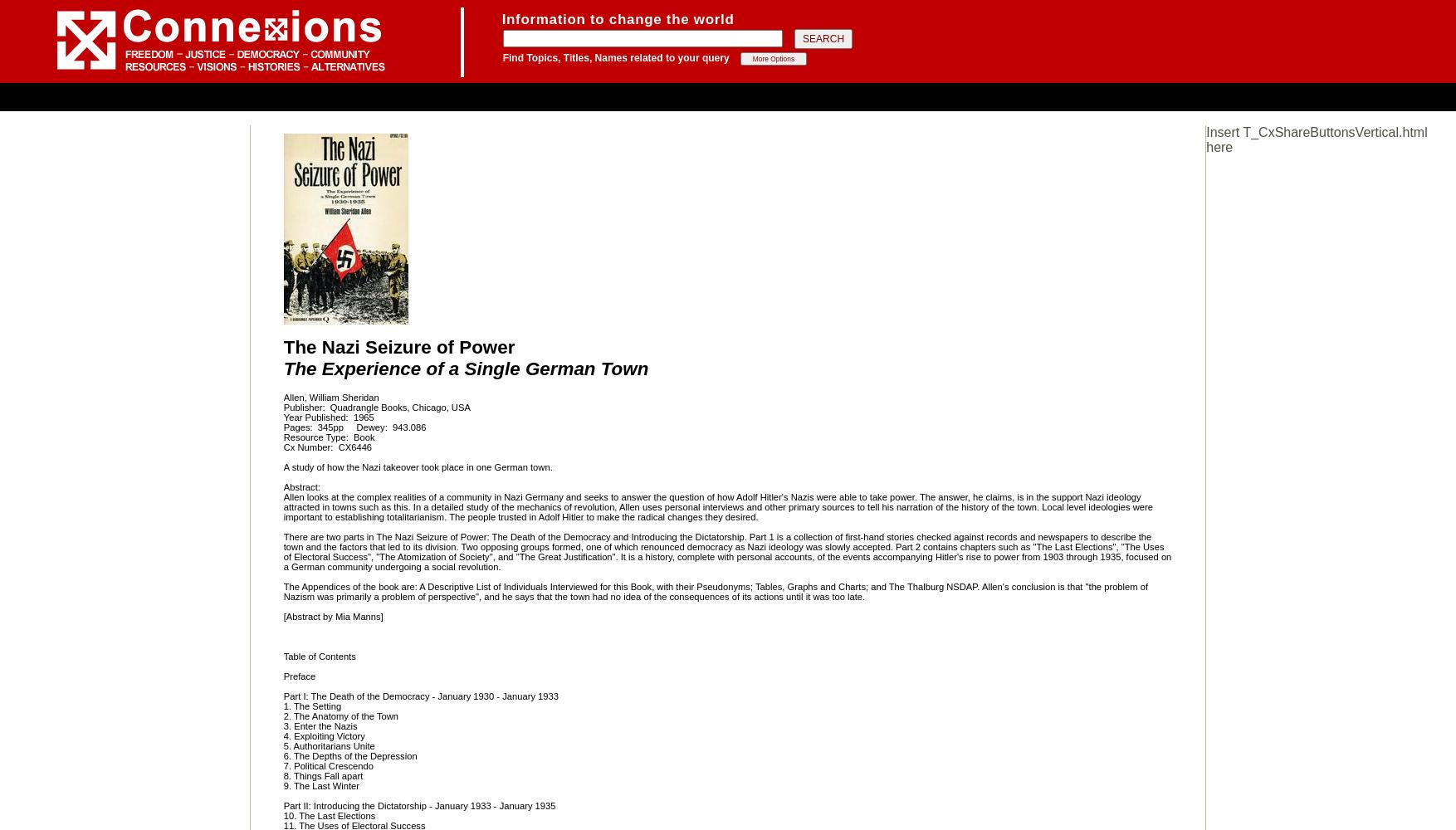 The height and width of the screenshot is (830, 1456). What do you see at coordinates (281, 756) in the screenshot?
I see `'6. The Depths of the Depression'` at bounding box center [281, 756].